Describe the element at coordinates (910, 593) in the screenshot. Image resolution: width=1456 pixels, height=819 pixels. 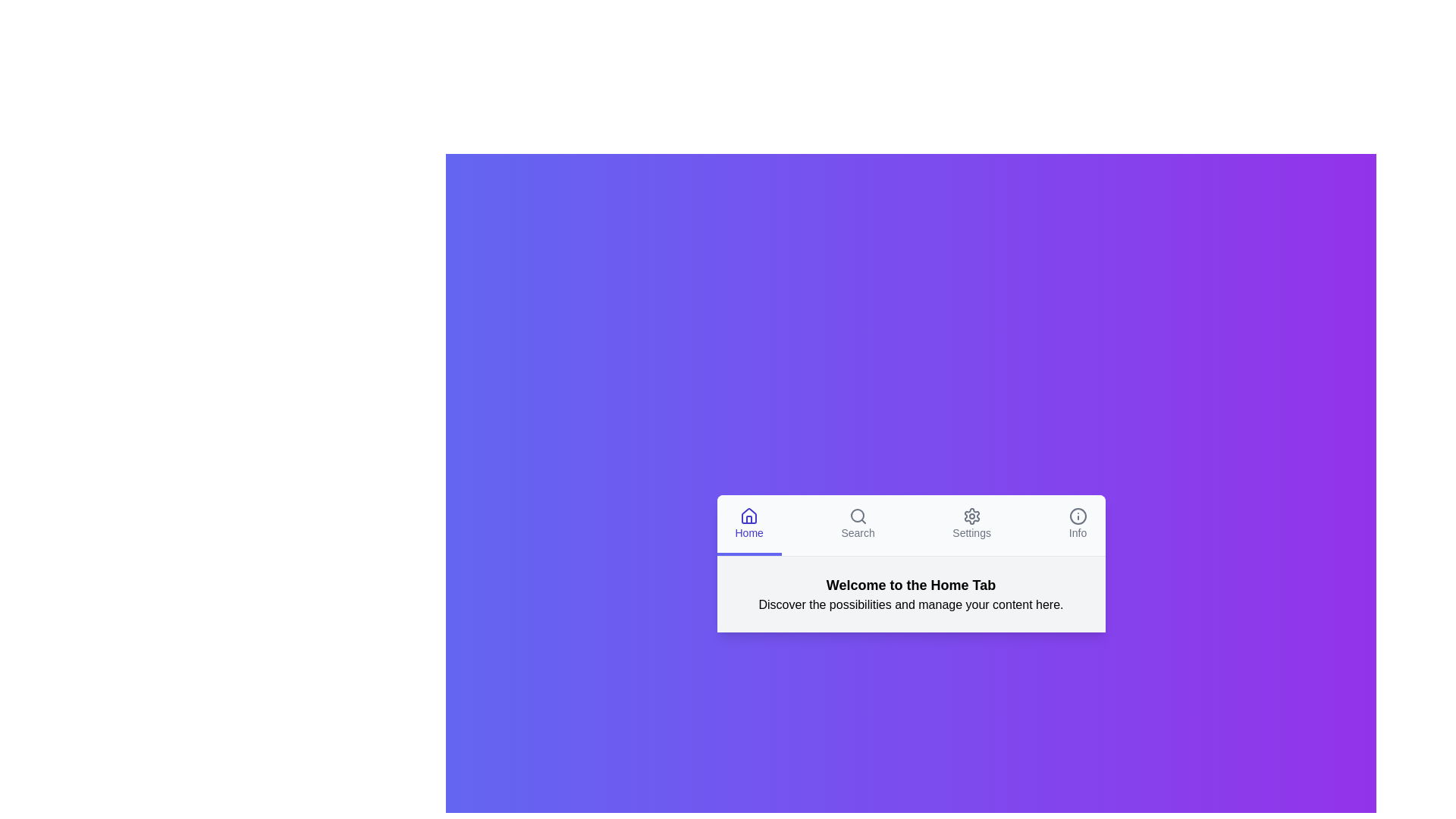
I see `the heading that reads 'Welcome to the Home Tab' which is centrally aligned and has a supporting subtitle underneath` at that location.